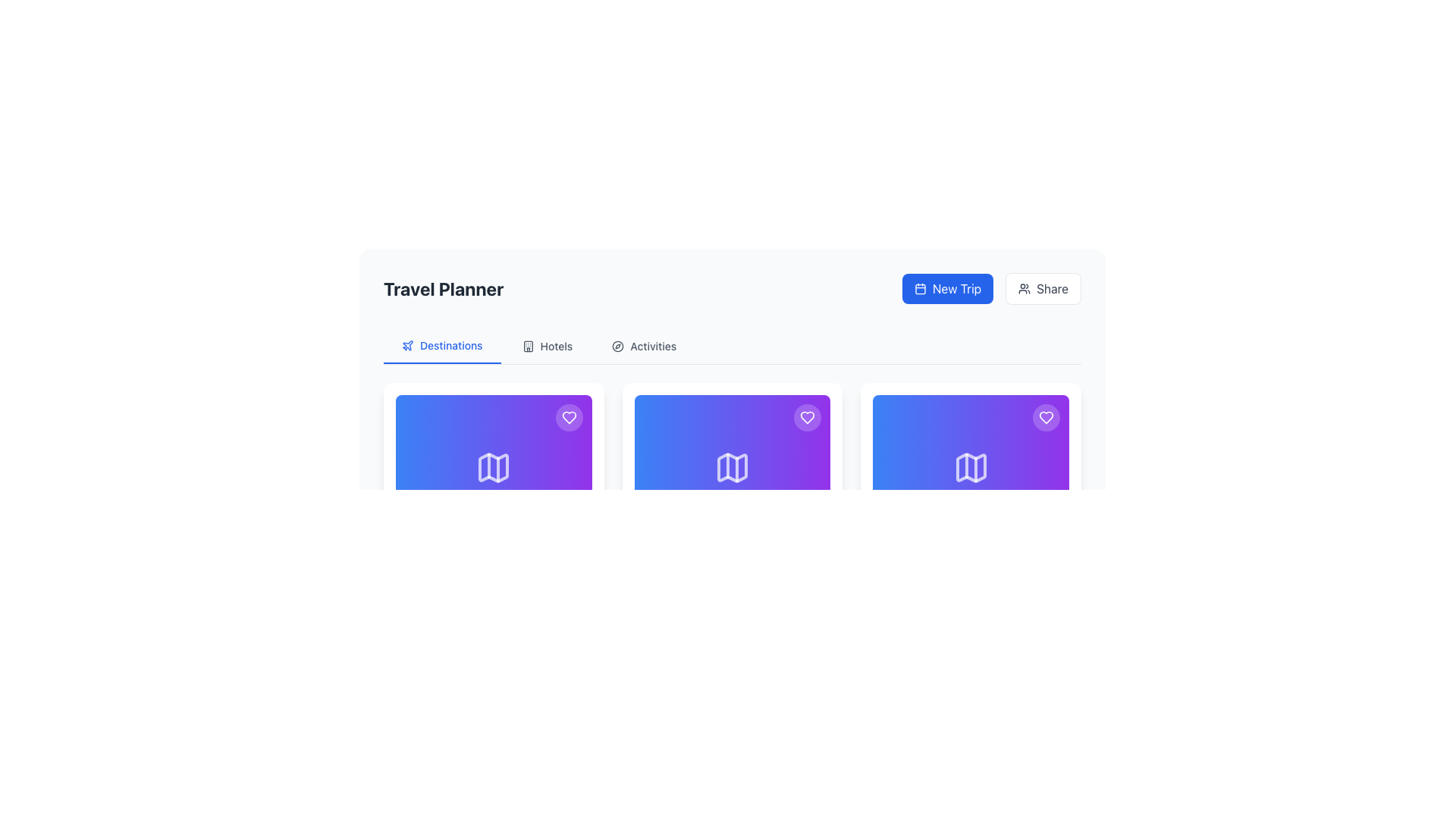  I want to click on the map-like icon featuring three connected panels, which is centrally located within the first card of a horizontal row of similar cards, for interaction, so click(494, 467).